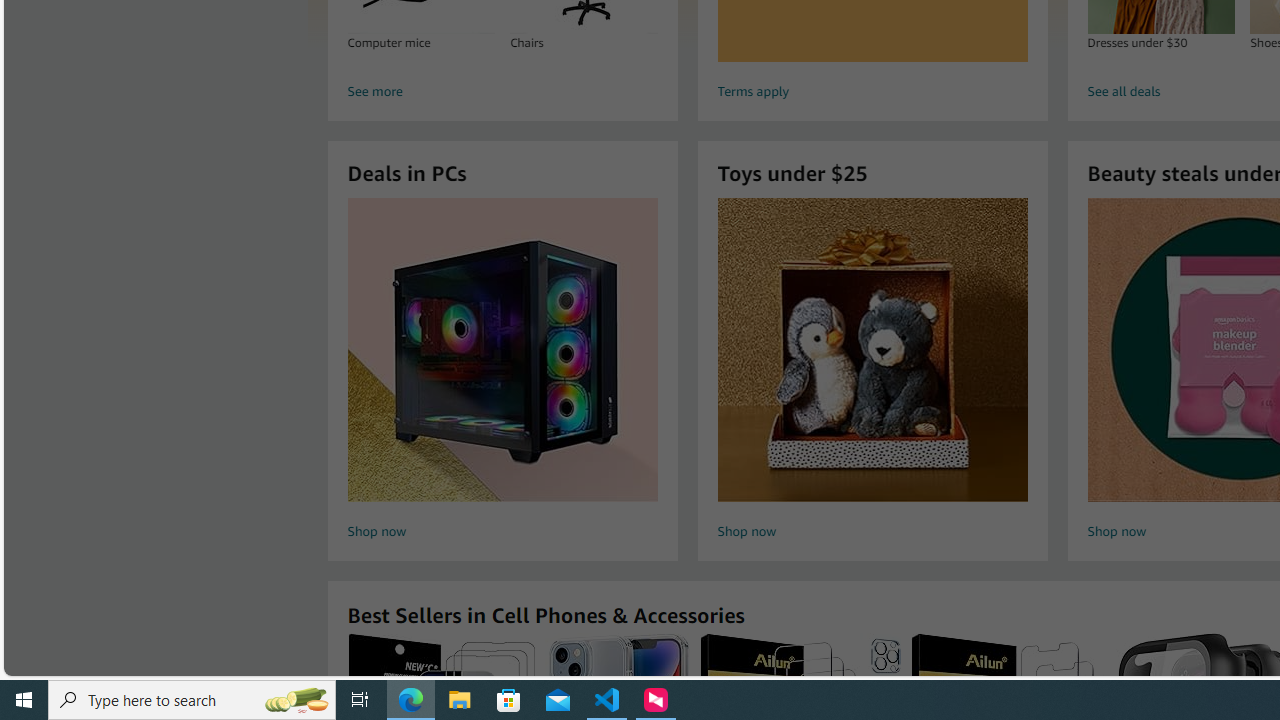  What do you see at coordinates (503, 348) in the screenshot?
I see `'Deals in PCs'` at bounding box center [503, 348].